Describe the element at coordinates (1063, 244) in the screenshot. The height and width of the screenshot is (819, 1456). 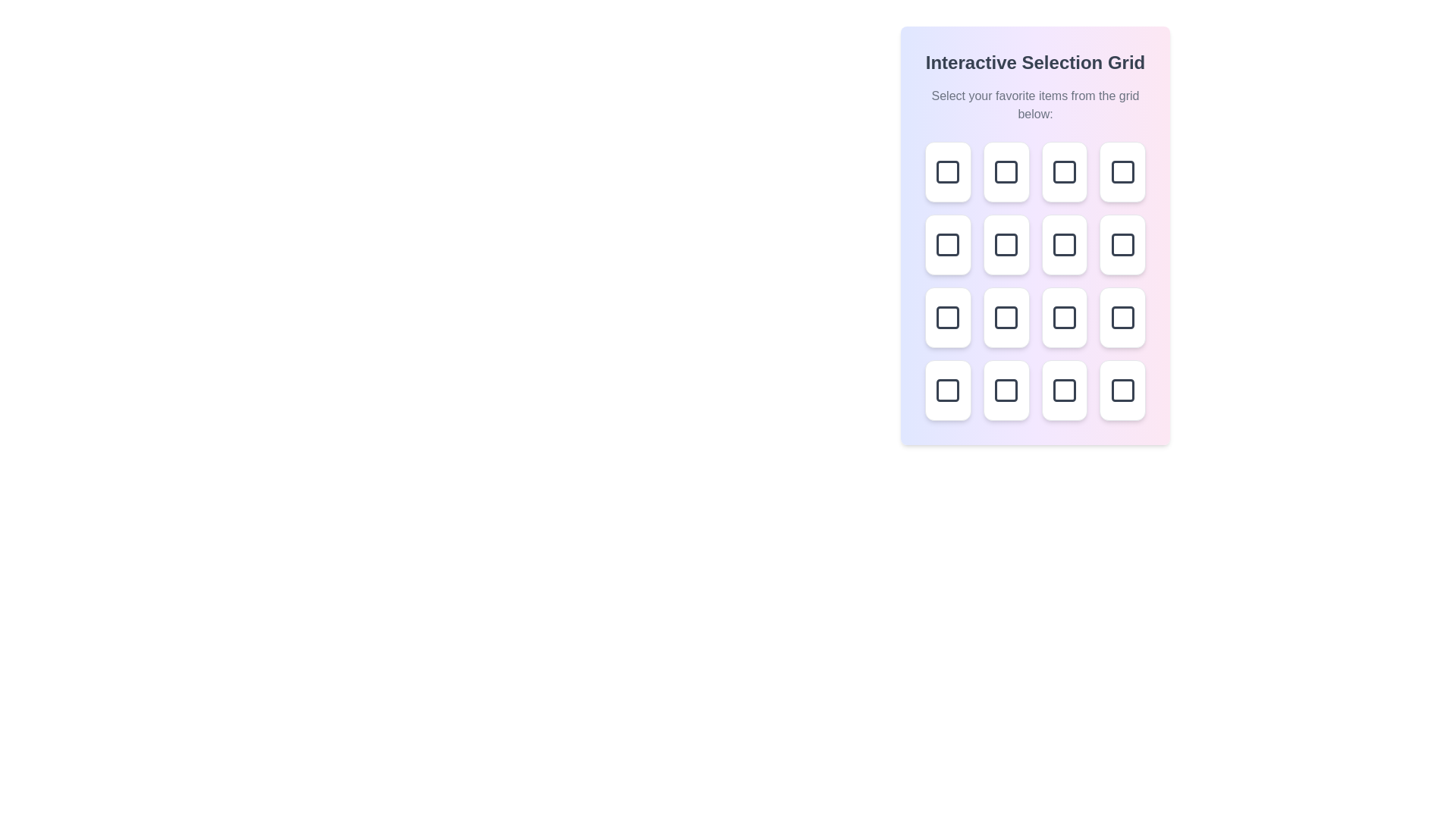
I see `the square button with a bordered outline and inner grid design located in the third column, third row of the grid` at that location.